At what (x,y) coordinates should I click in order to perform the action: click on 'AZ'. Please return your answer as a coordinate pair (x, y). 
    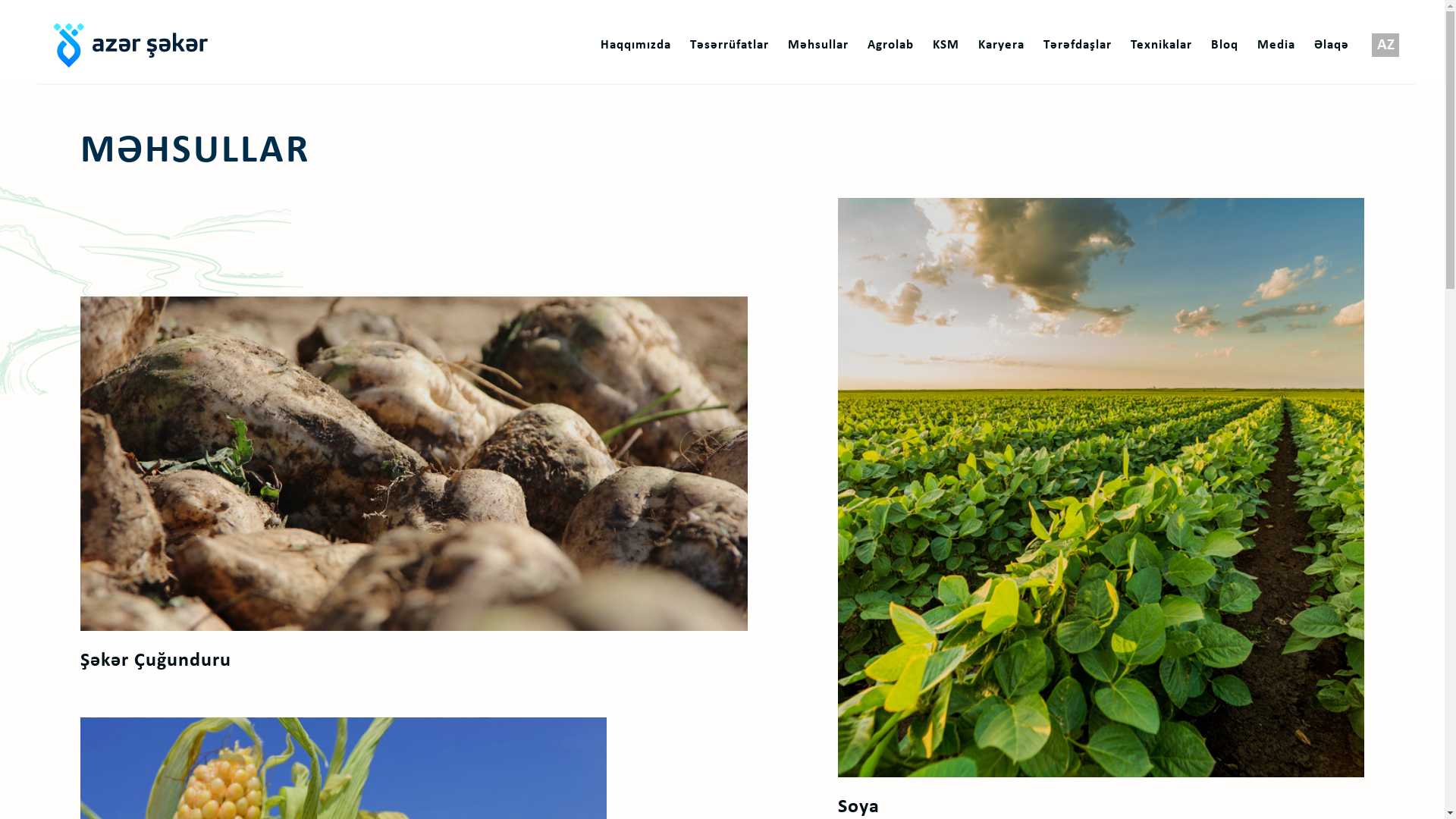
    Looking at the image, I should click on (1385, 45).